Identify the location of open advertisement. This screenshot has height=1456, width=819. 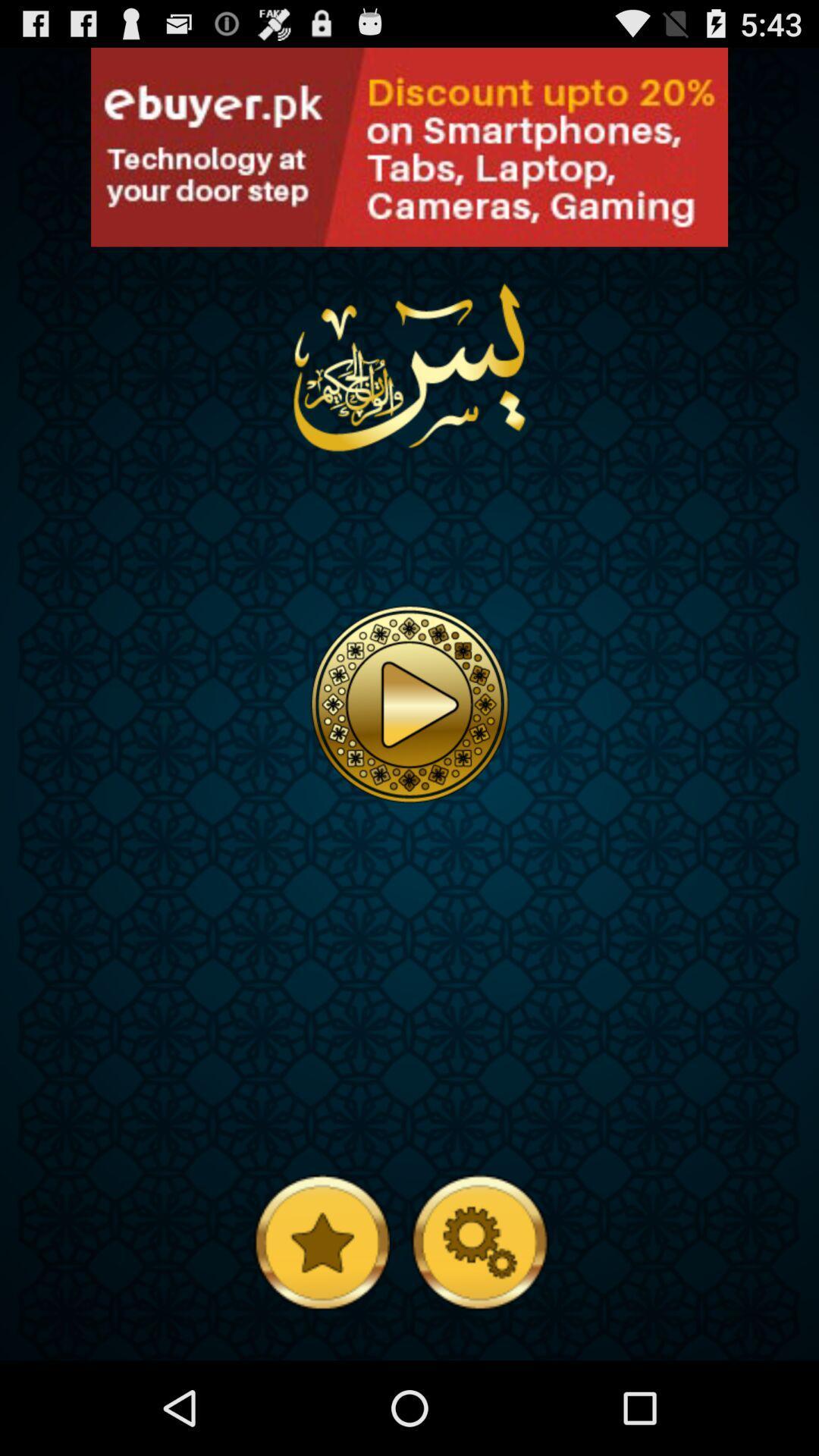
(105, 231).